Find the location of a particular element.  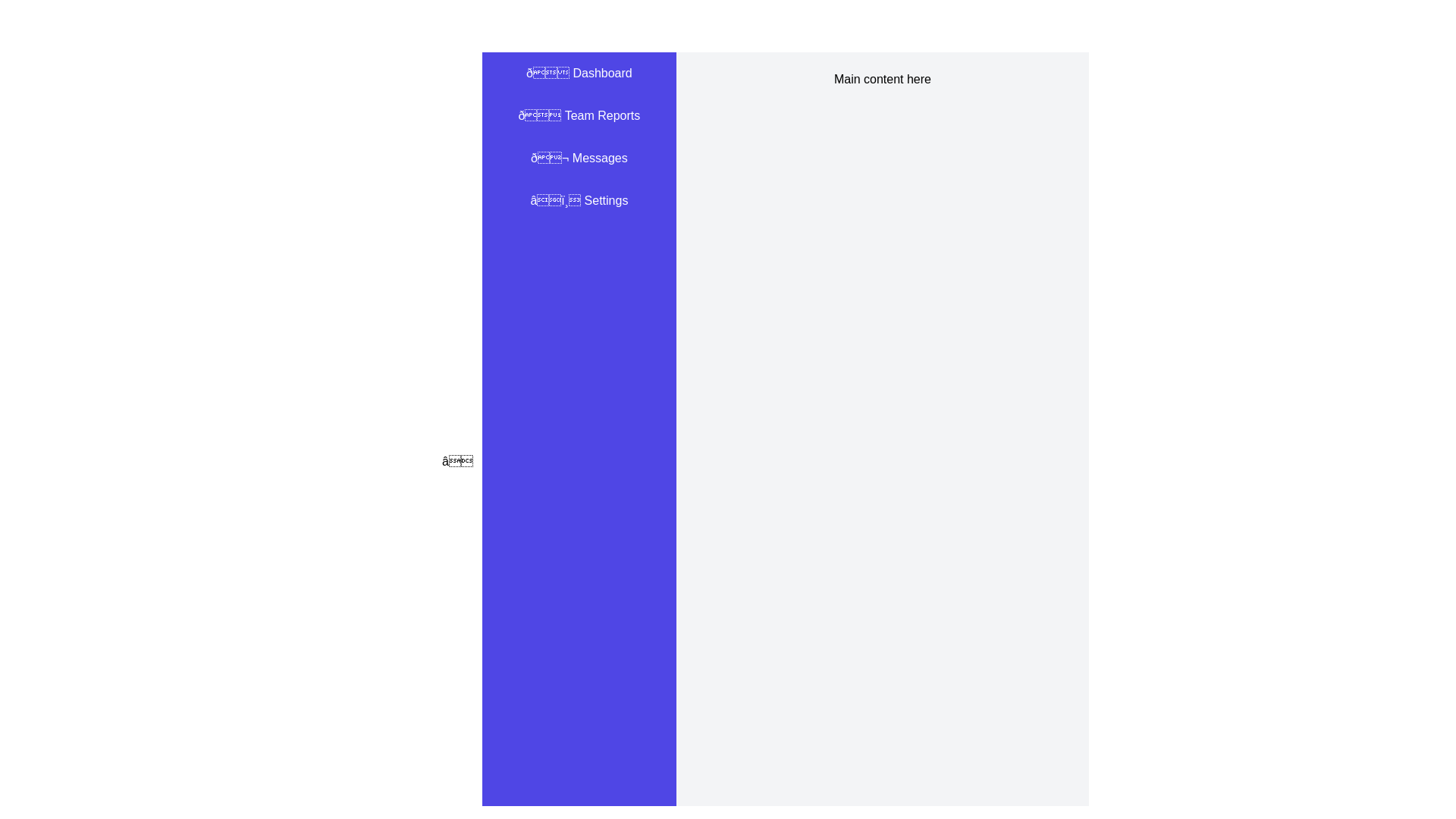

the 'Dashboard' menu item to select it is located at coordinates (578, 73).